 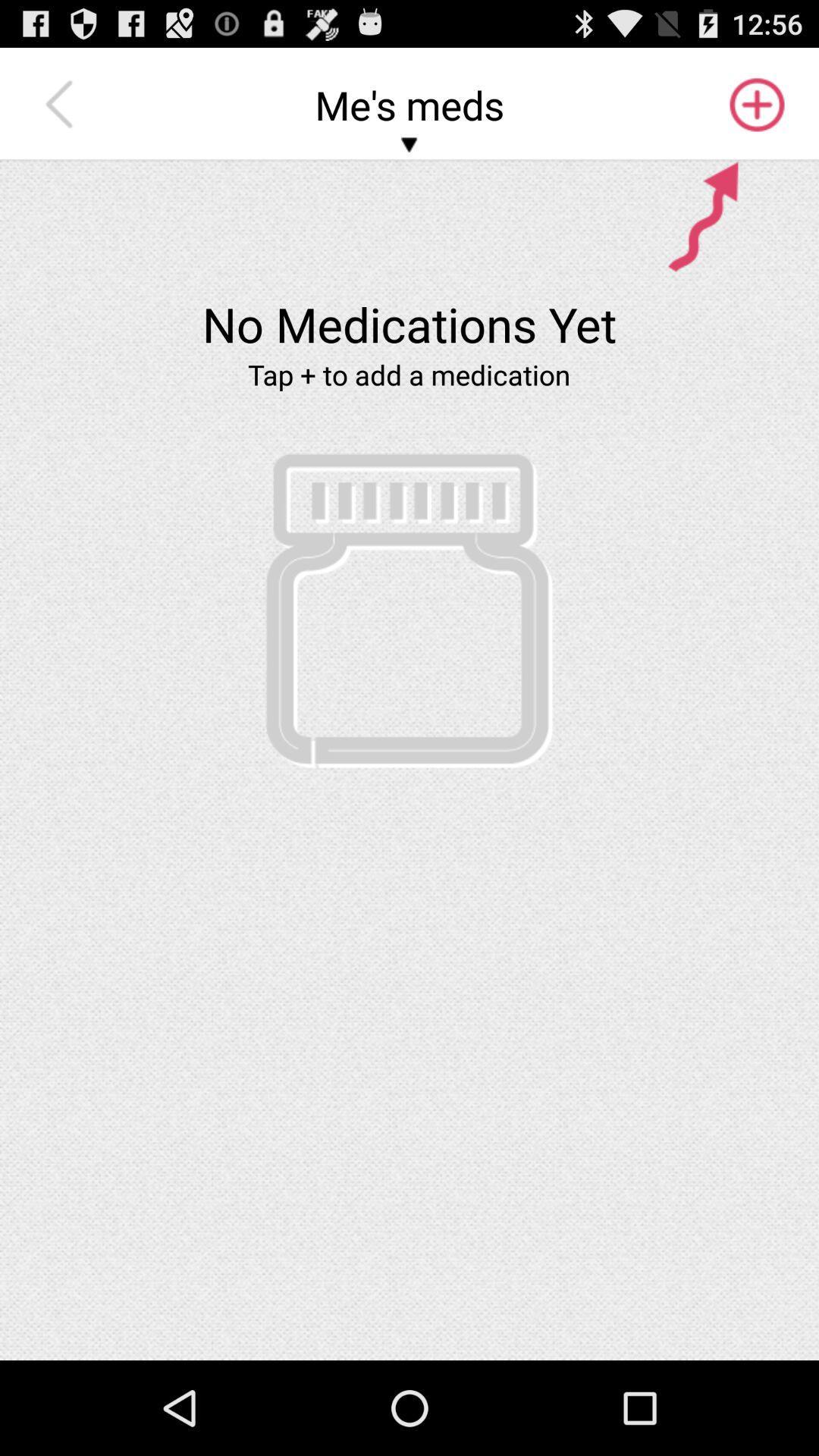 What do you see at coordinates (62, 111) in the screenshot?
I see `the arrow_backward icon` at bounding box center [62, 111].